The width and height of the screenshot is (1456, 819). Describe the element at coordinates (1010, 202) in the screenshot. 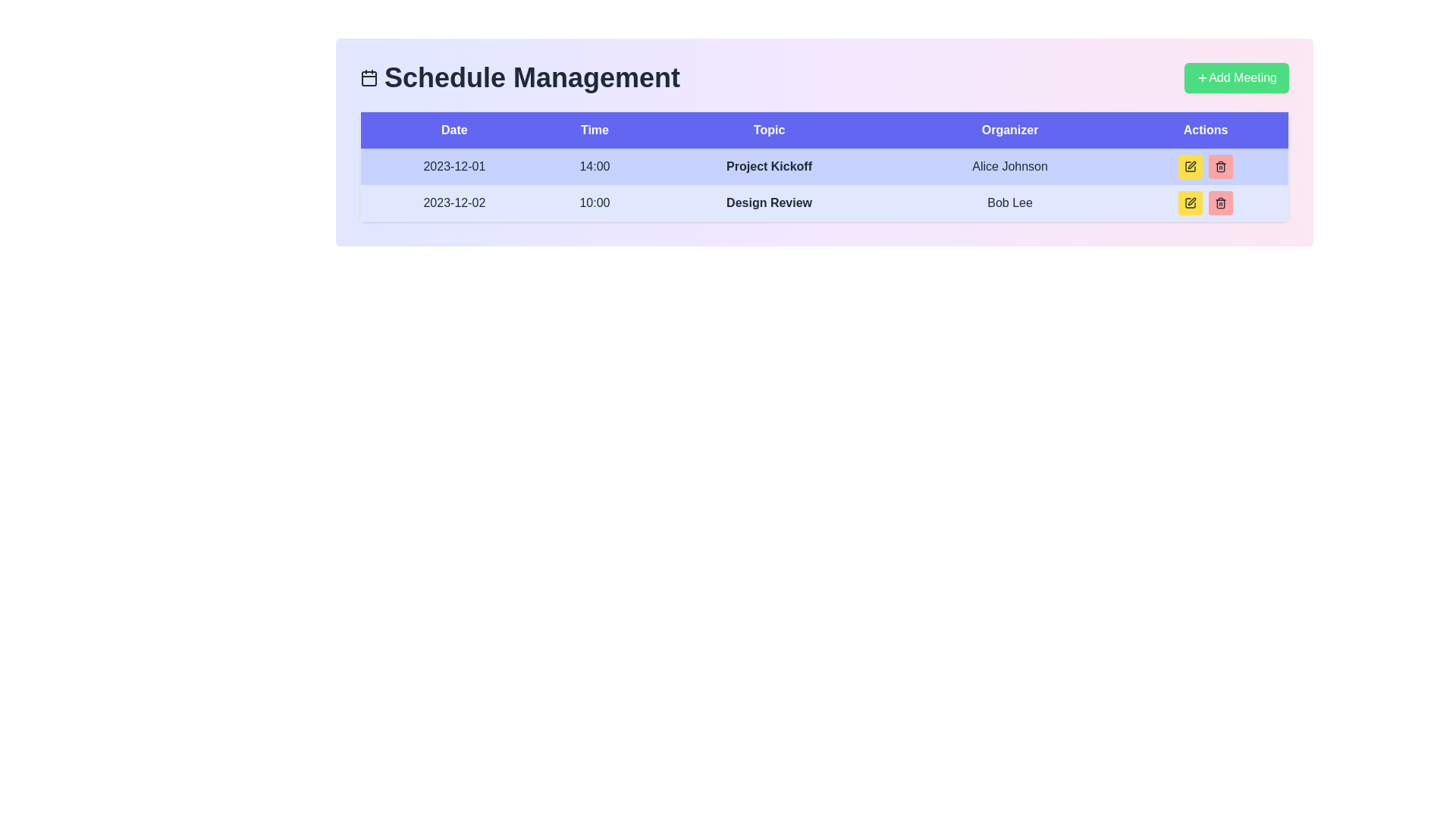

I see `the text label indicating the organizer's name for the event` at that location.